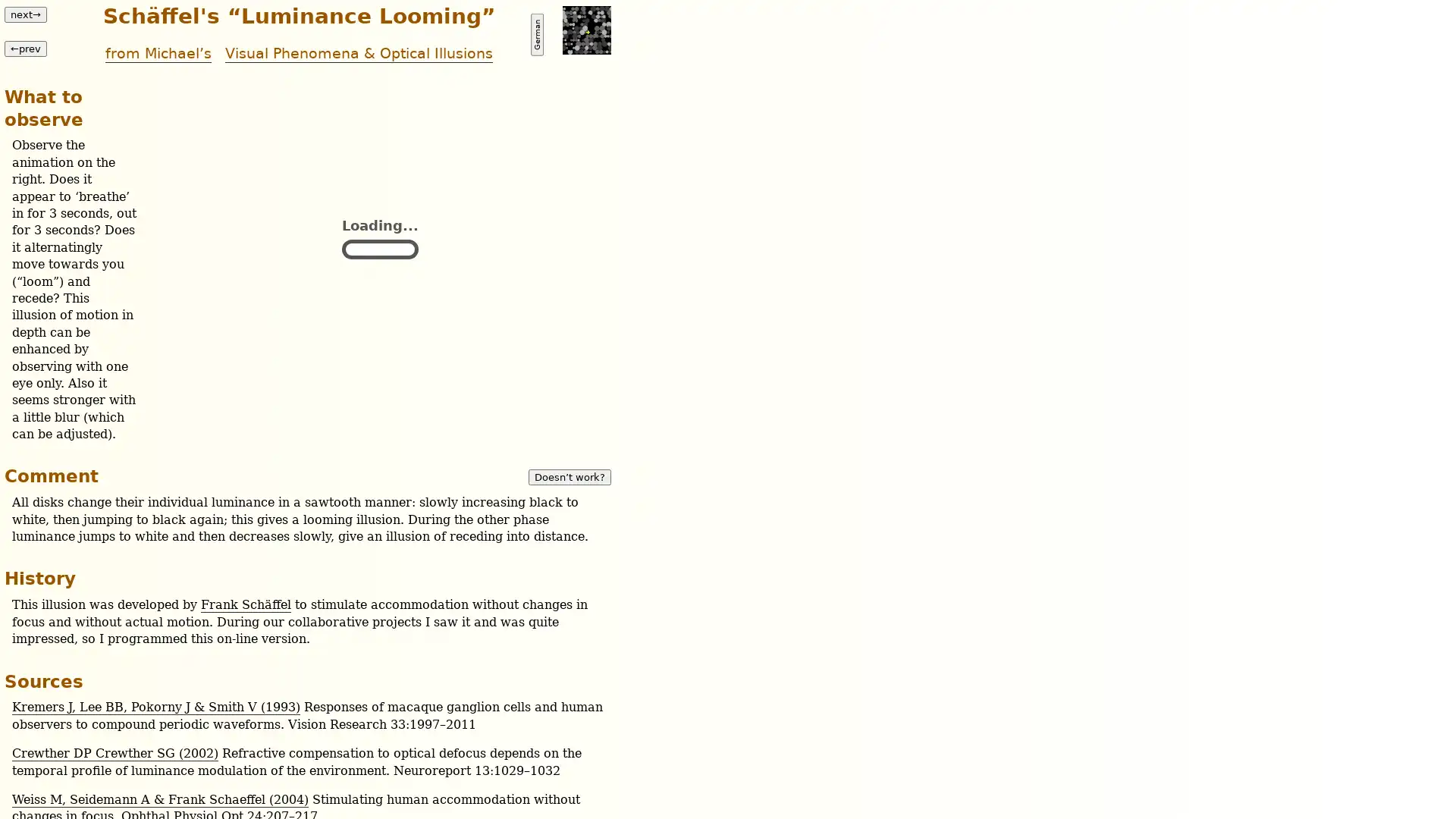 The height and width of the screenshot is (819, 1456). I want to click on Doesnt work?, so click(569, 475).